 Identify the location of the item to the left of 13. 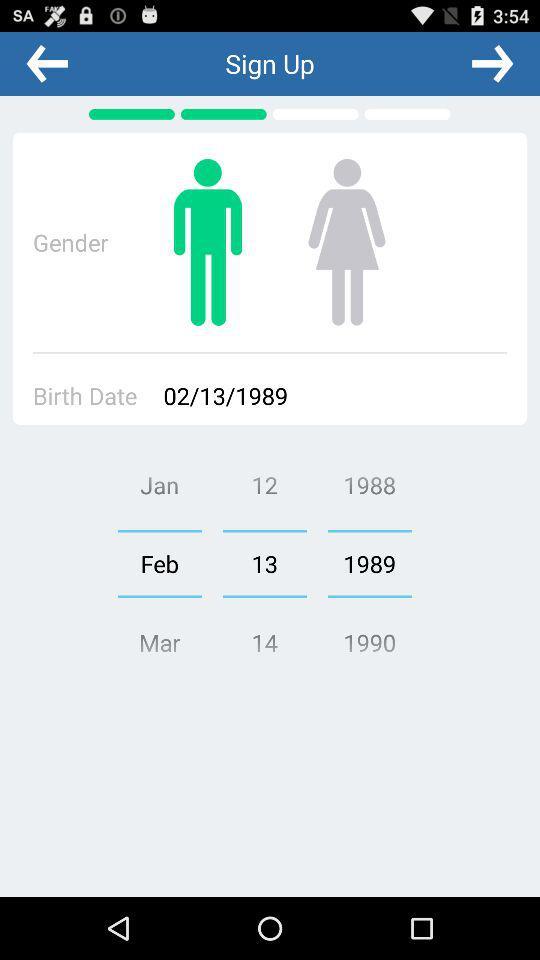
(158, 563).